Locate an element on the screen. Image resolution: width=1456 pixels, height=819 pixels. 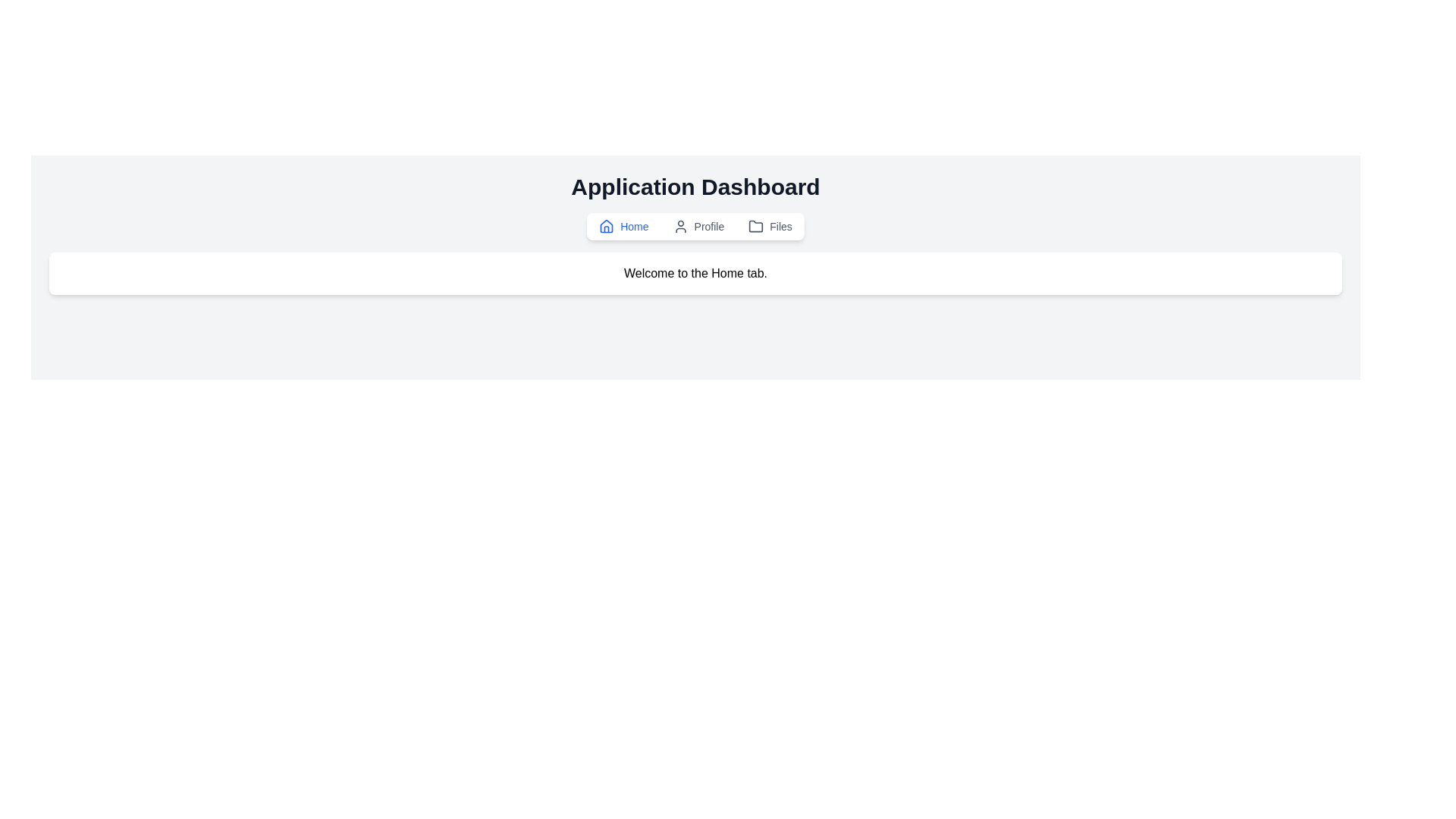
the 'Profile' button, which features a user icon and gray text, located in the middle of the navigation bar is located at coordinates (698, 227).